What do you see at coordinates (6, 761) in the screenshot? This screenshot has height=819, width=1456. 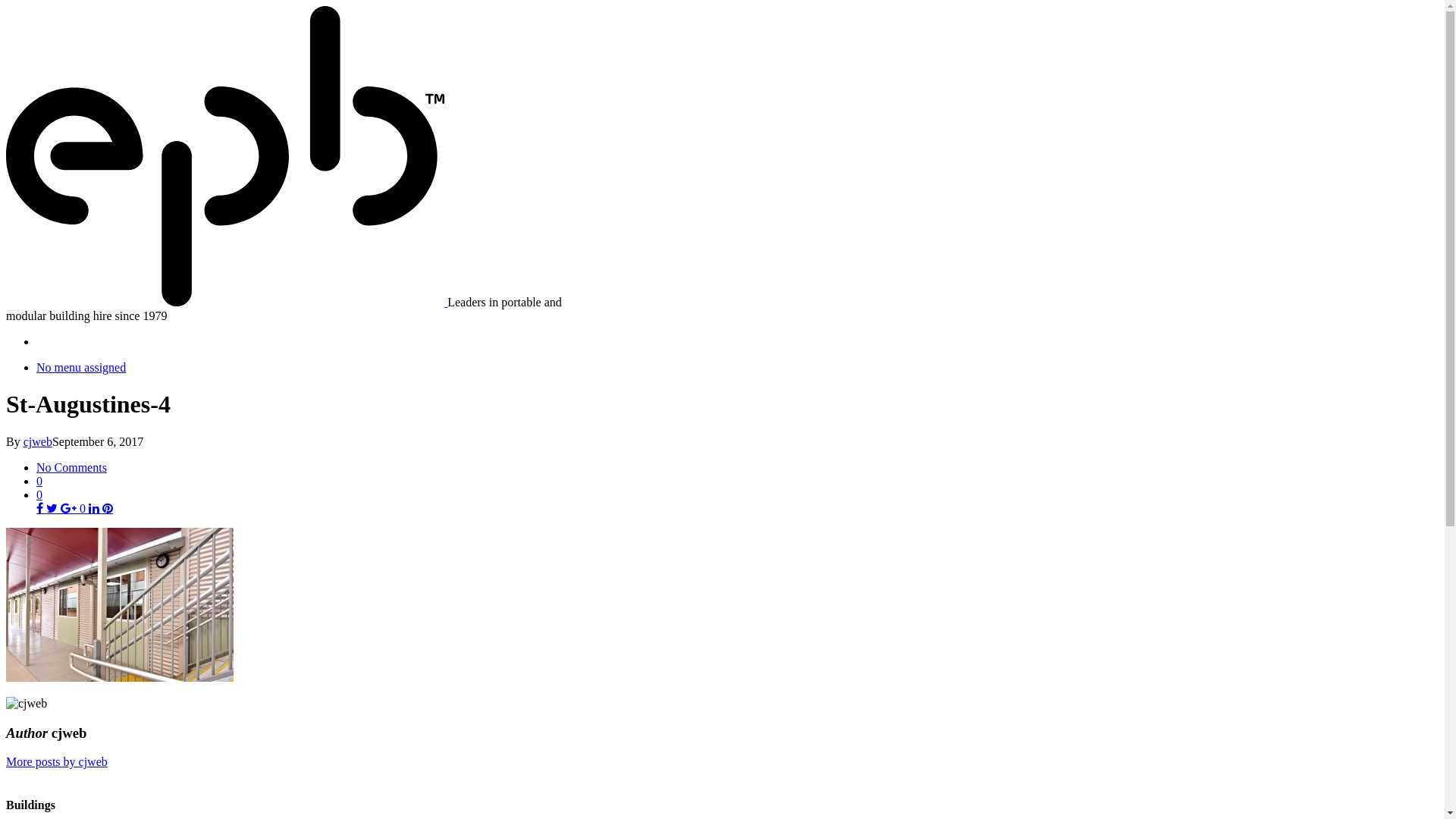 I see `'More posts by cjweb'` at bounding box center [6, 761].